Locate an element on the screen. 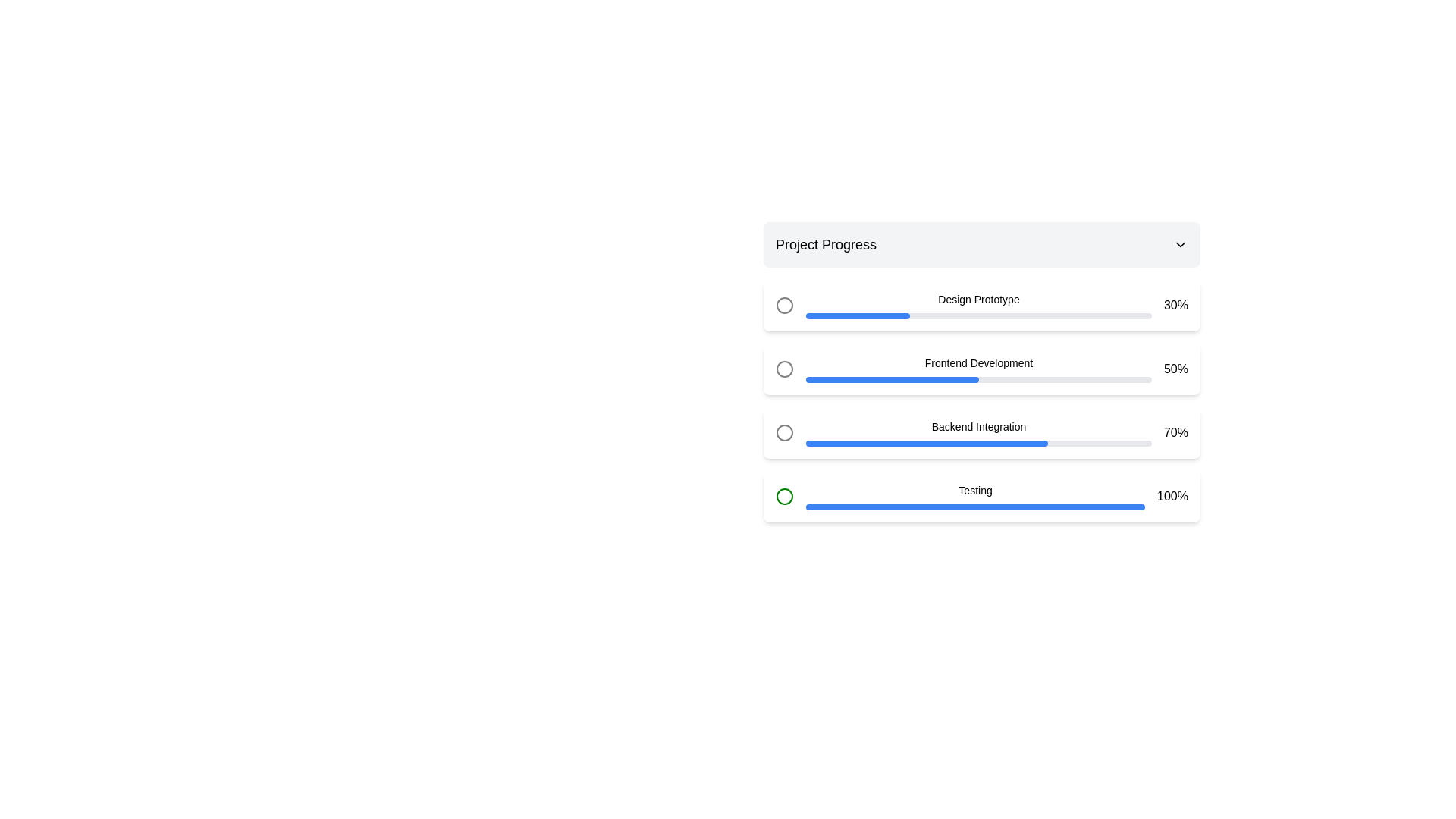  the progress tracker component representing the 'Backend Integration' phase of the project, which is the third element in a vertical list is located at coordinates (982, 432).